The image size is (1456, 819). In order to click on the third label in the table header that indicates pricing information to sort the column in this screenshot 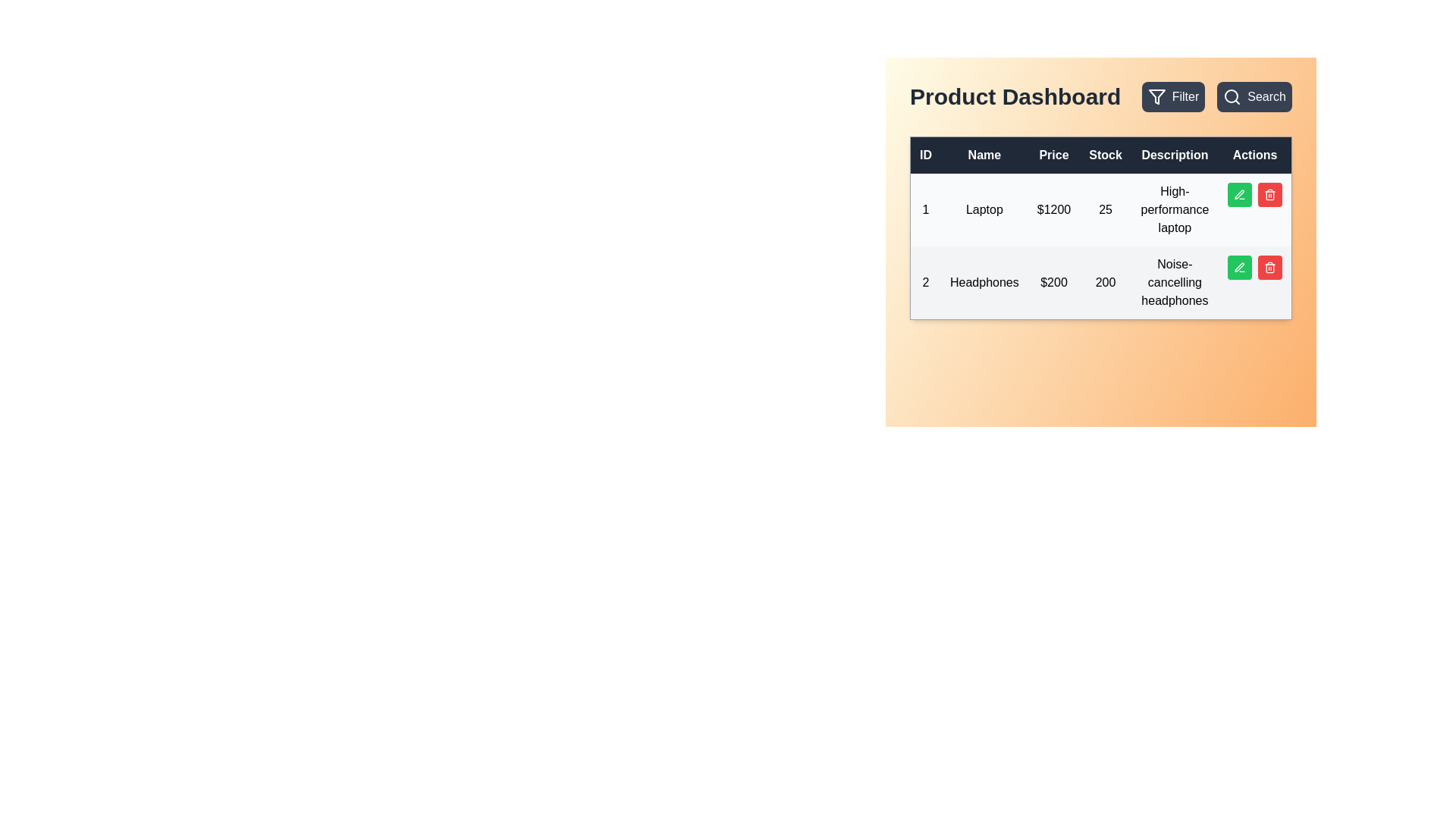, I will do `click(1053, 155)`.